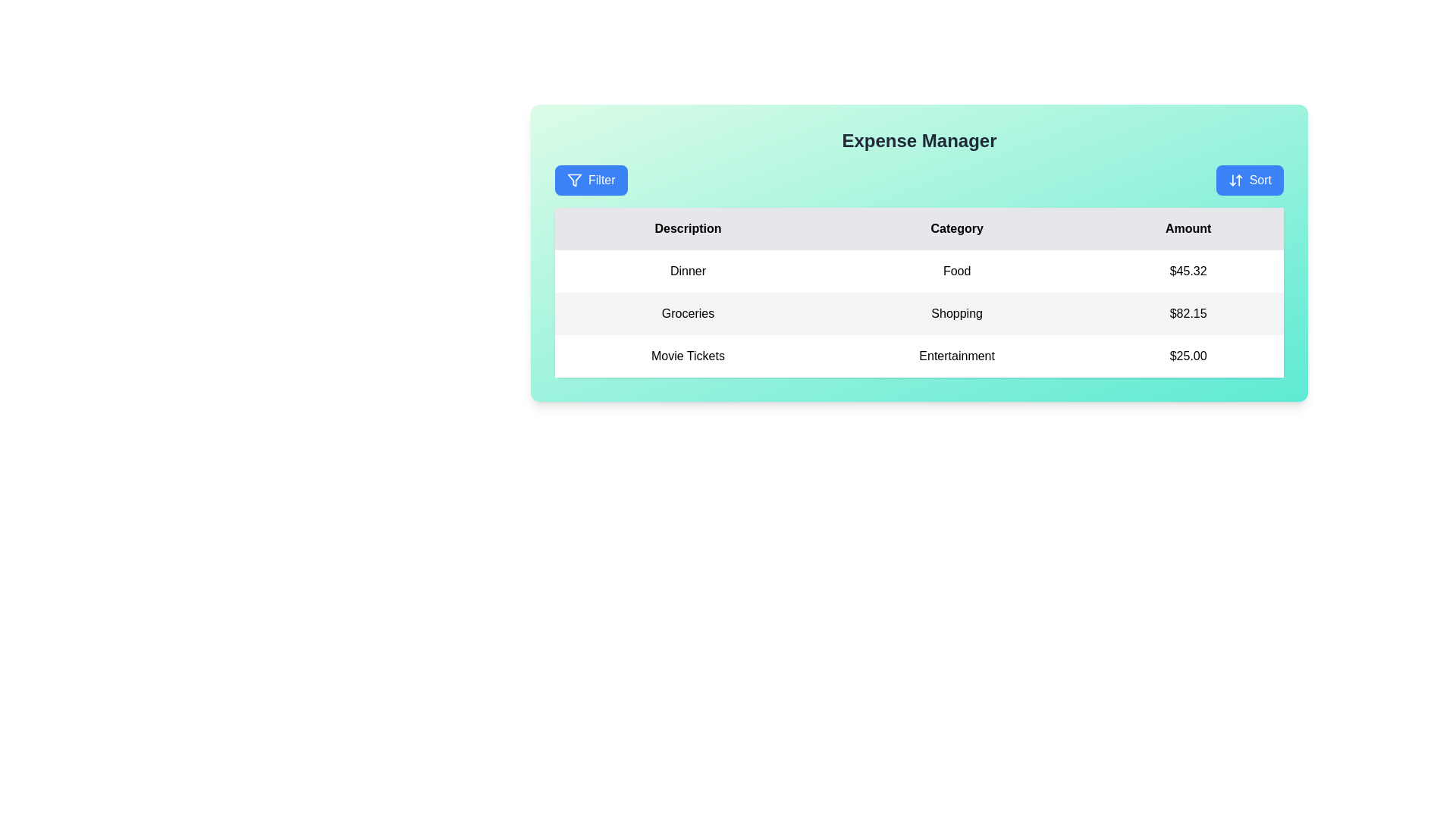 The image size is (1456, 819). I want to click on the 'Amount' label in the header row of the table, which is the third column aligned with 'Description' and 'Category', so click(1188, 228).